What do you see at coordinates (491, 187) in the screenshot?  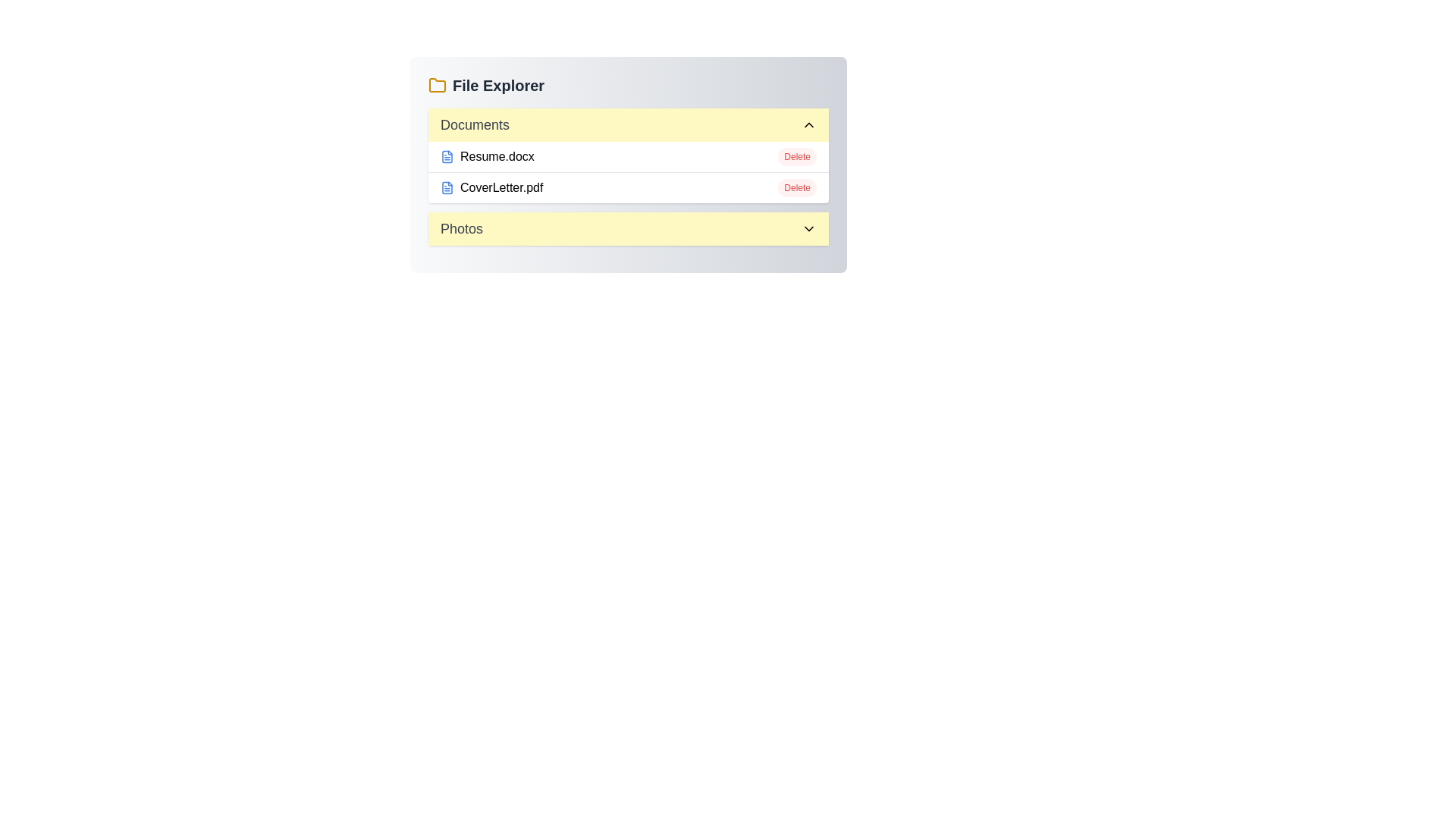 I see `the file CoverLetter.pdf to open it` at bounding box center [491, 187].